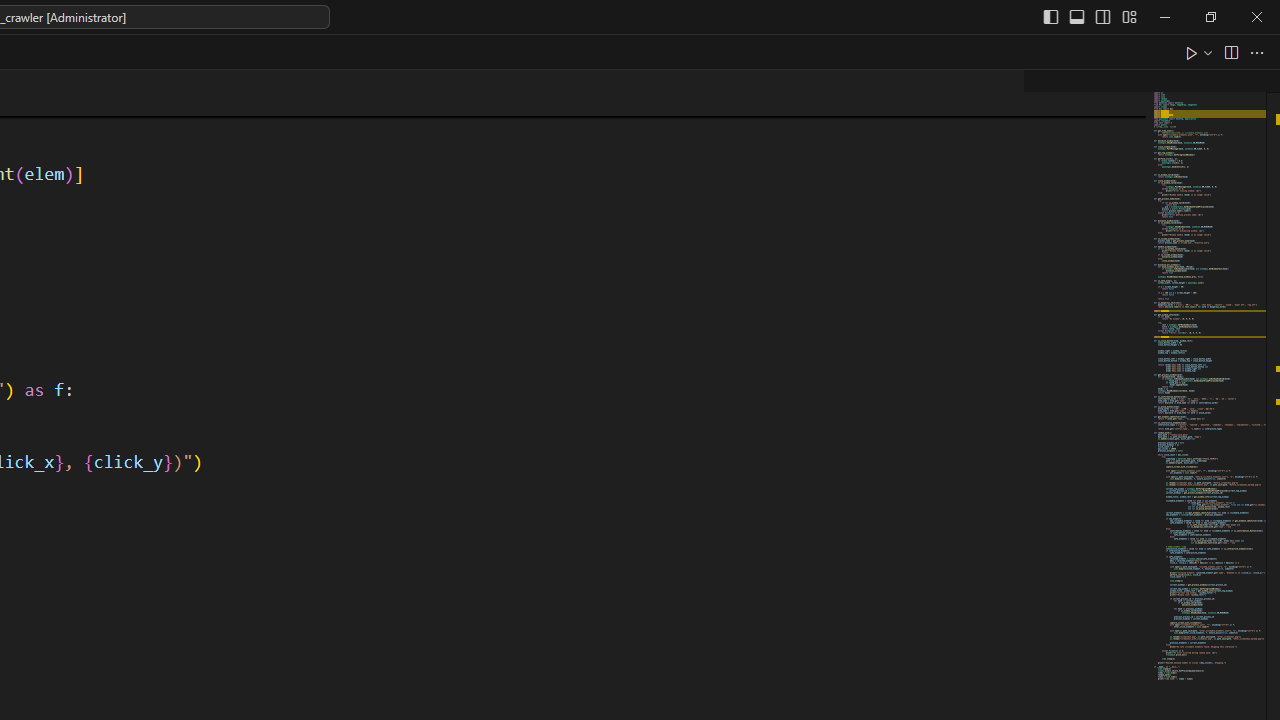 This screenshot has height=720, width=1280. Describe the element at coordinates (1049, 16) in the screenshot. I see `'Toggle Primary Side Bar (Ctrl+B)'` at that location.